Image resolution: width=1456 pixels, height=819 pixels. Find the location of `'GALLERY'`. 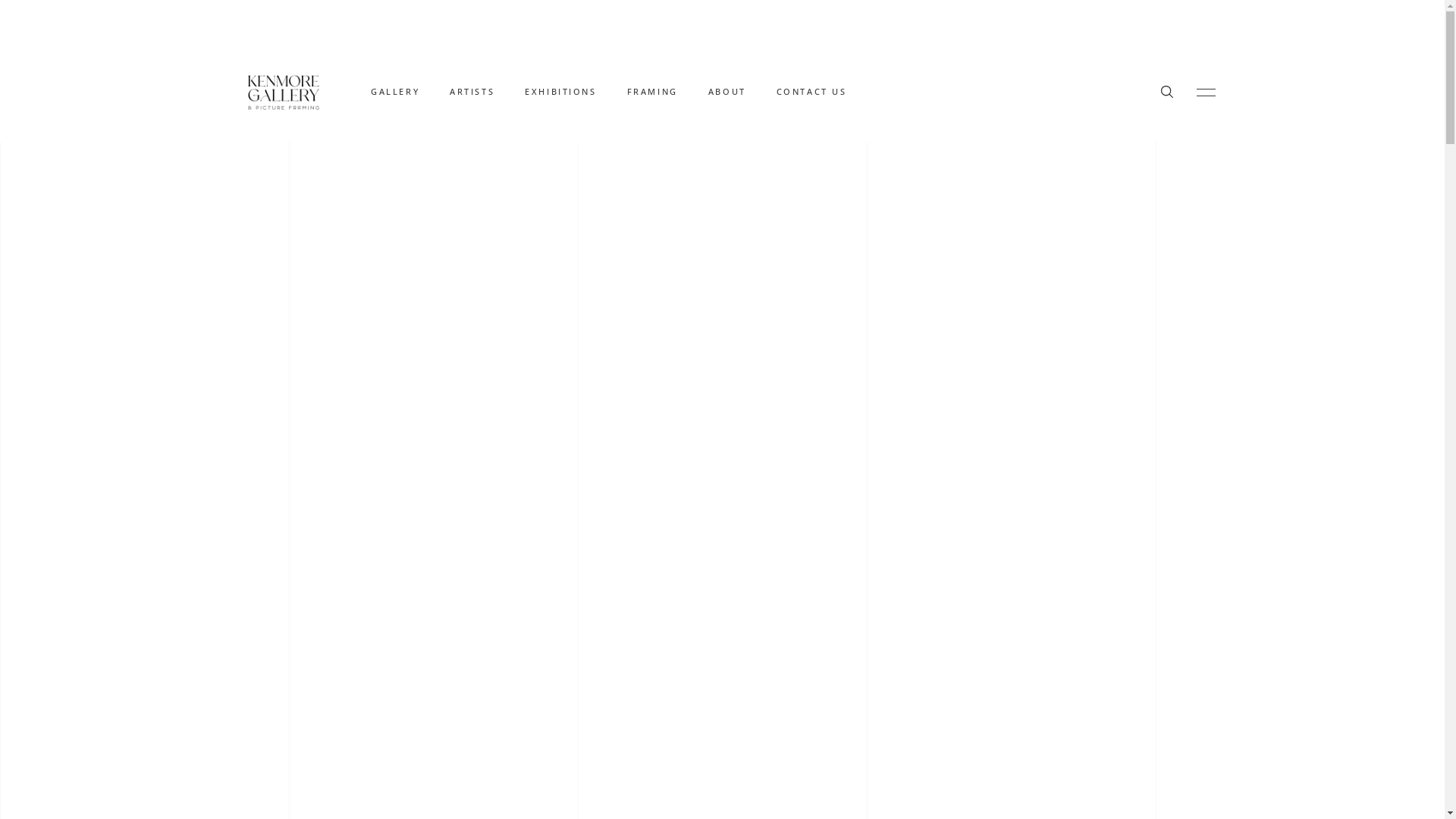

'GALLERY' is located at coordinates (395, 91).